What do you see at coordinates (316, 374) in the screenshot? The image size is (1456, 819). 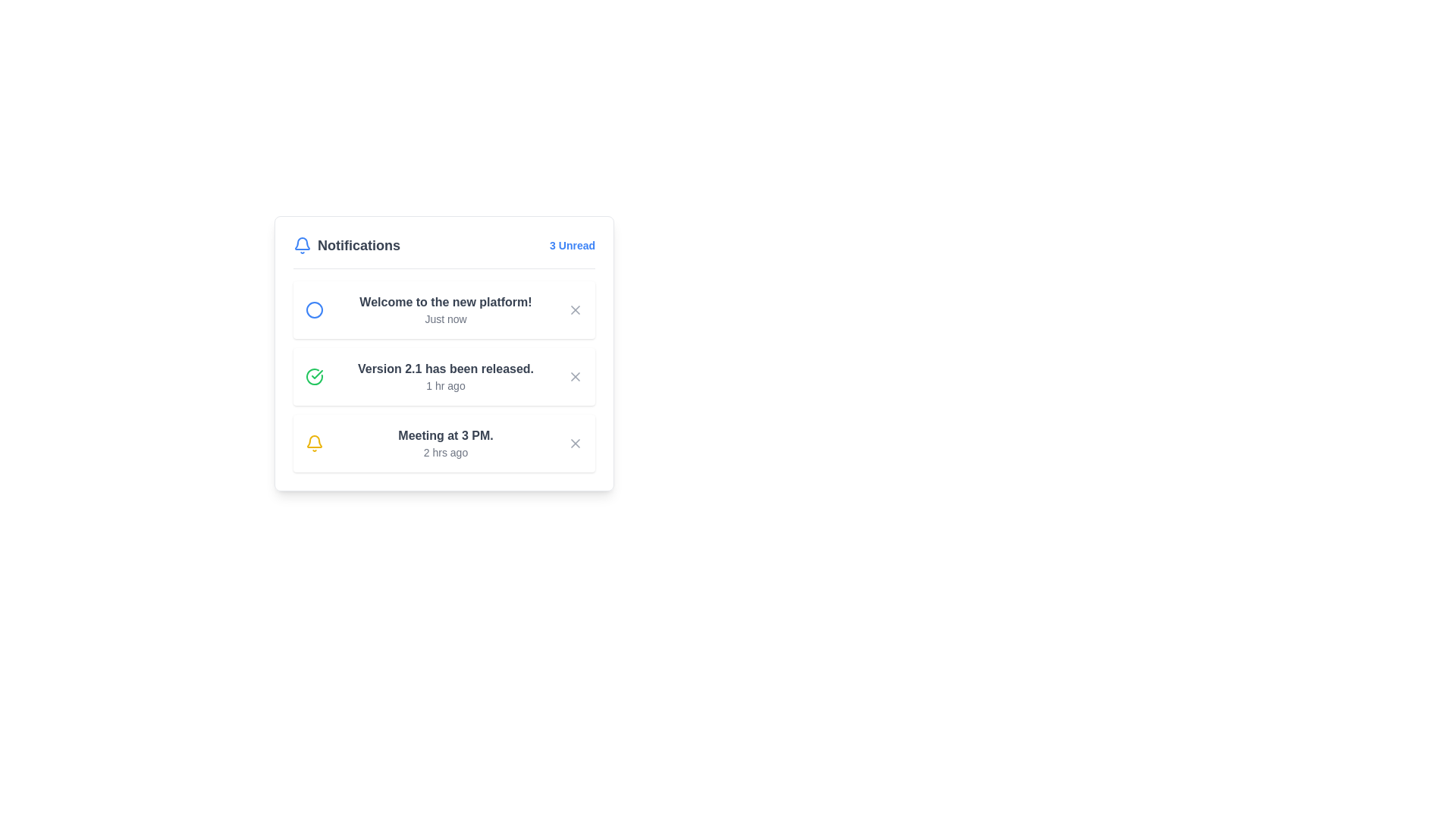 I see `the green checkmark icon within the circular badge that indicates 'Version 2.1 has been released'` at bounding box center [316, 374].